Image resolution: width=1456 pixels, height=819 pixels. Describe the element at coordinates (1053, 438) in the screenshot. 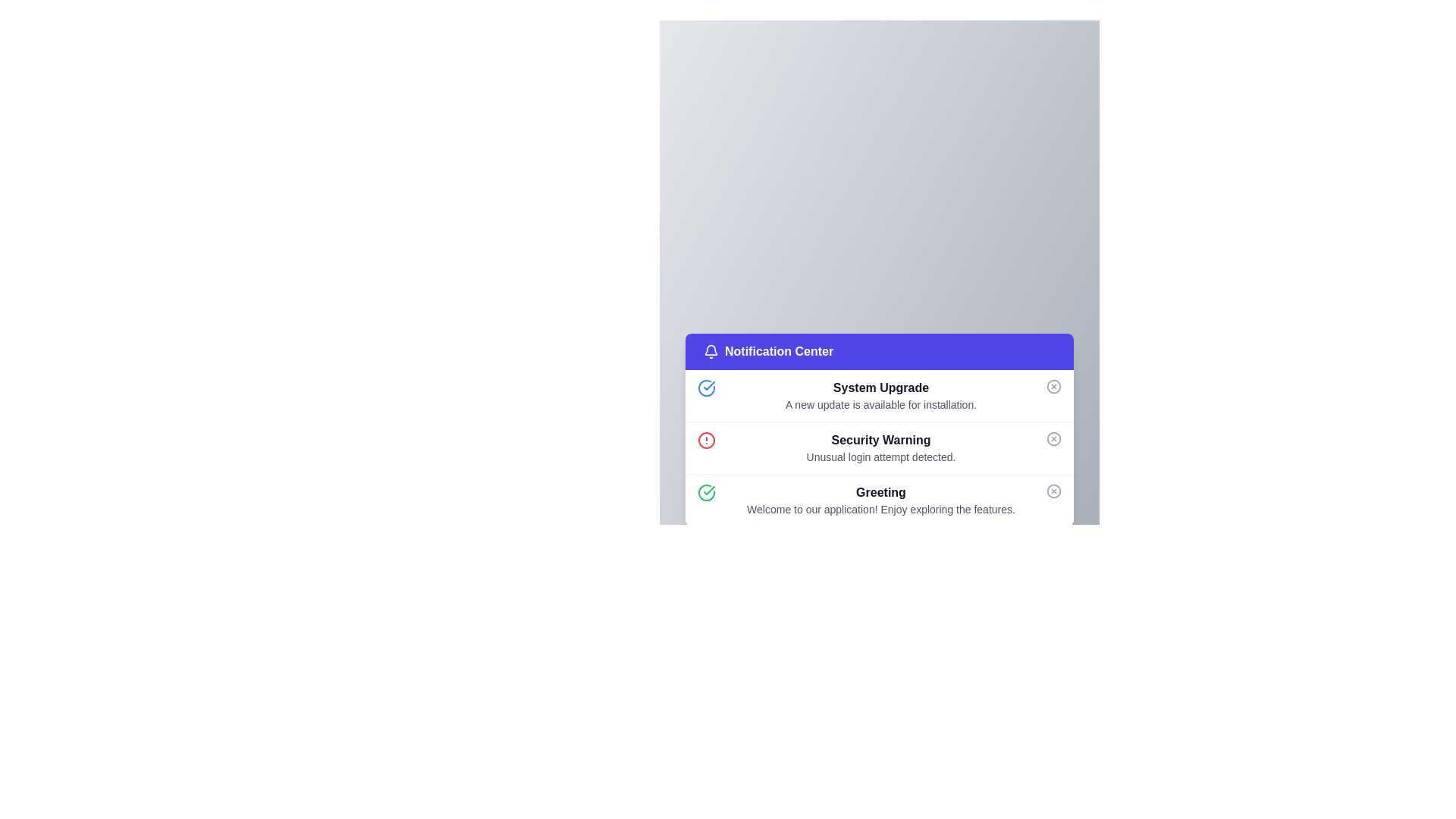

I see `the circular SVG graphical element located within the notification layout, aligned to the right of the 'Security Warning' list section` at that location.